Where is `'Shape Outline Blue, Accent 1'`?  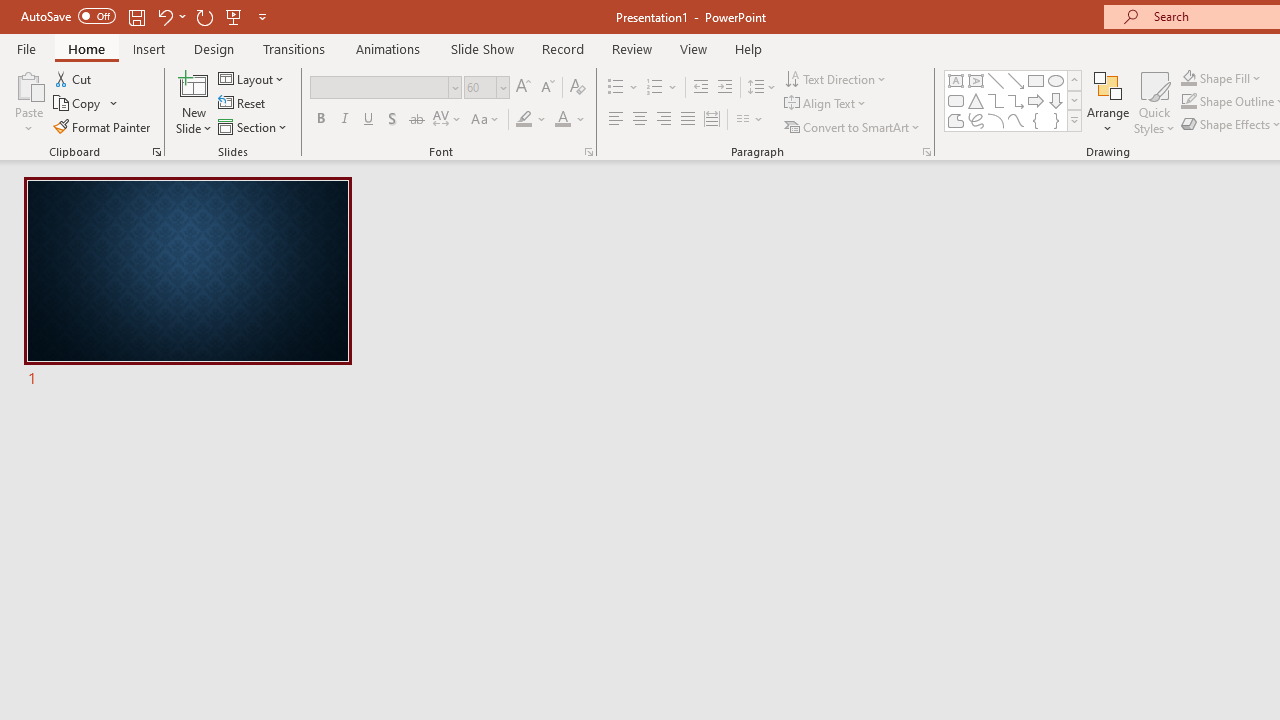
'Shape Outline Blue, Accent 1' is located at coordinates (1189, 101).